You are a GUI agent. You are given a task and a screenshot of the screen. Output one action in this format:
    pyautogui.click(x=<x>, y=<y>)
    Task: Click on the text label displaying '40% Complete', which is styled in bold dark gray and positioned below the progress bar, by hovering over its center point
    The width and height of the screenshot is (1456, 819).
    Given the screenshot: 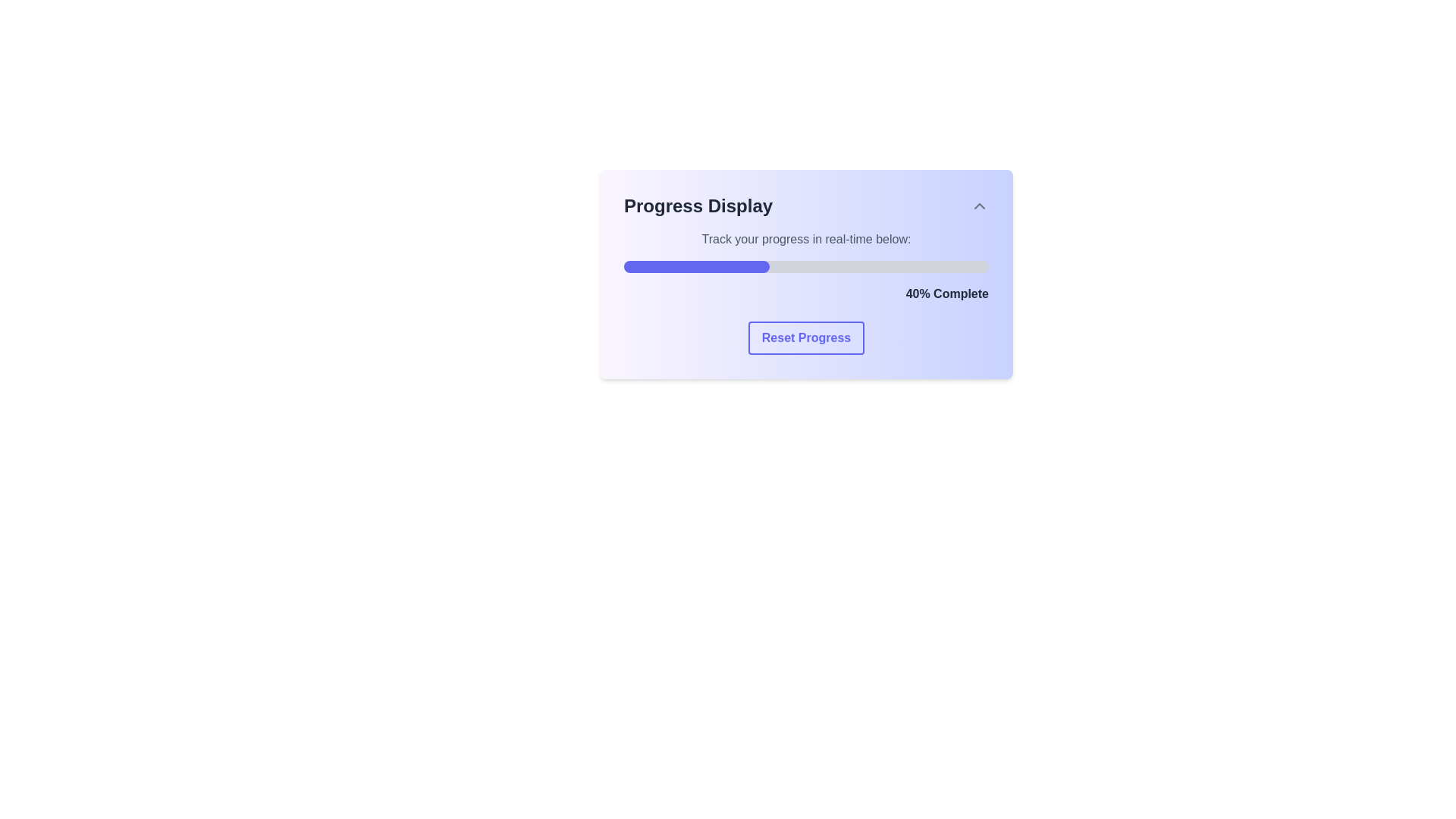 What is the action you would take?
    pyautogui.click(x=805, y=294)
    